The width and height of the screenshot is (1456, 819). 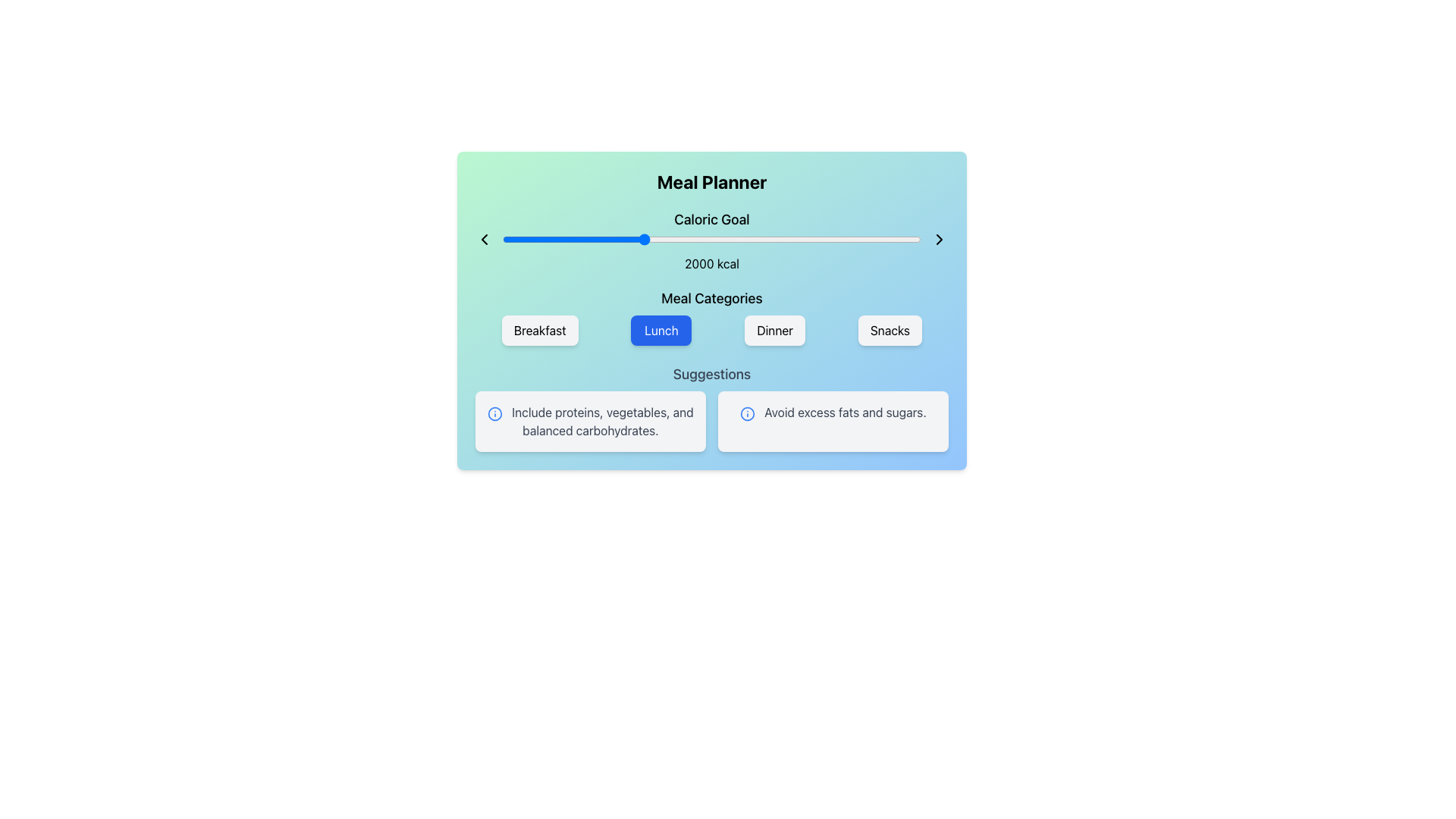 I want to click on the caloric goal, so click(x=673, y=239).